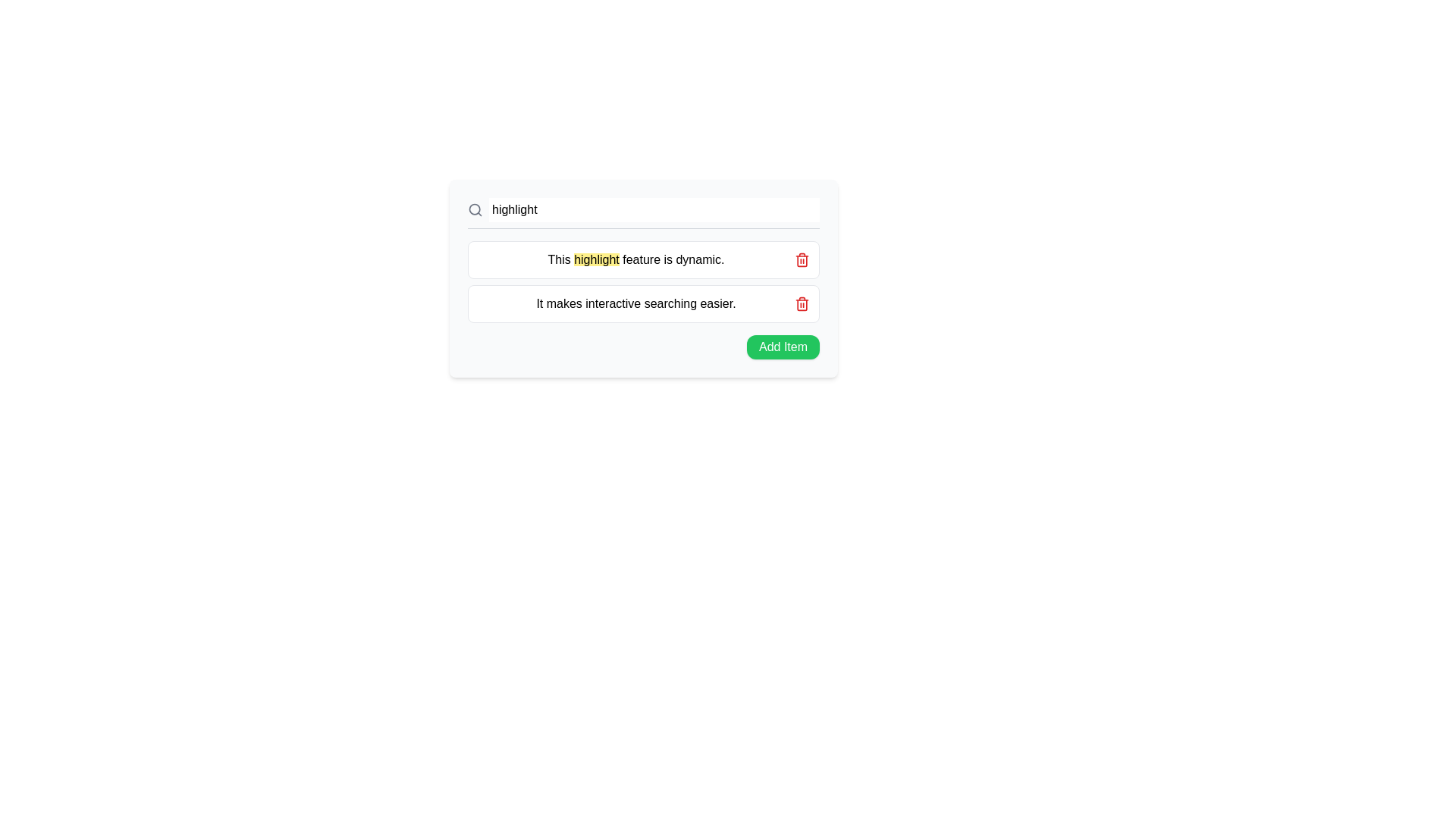 This screenshot has height=819, width=1456. What do you see at coordinates (654, 210) in the screenshot?
I see `the text 'highlight' in the text input box with the placeholder 'Type to search and highlight', located at the center of the top interface` at bounding box center [654, 210].